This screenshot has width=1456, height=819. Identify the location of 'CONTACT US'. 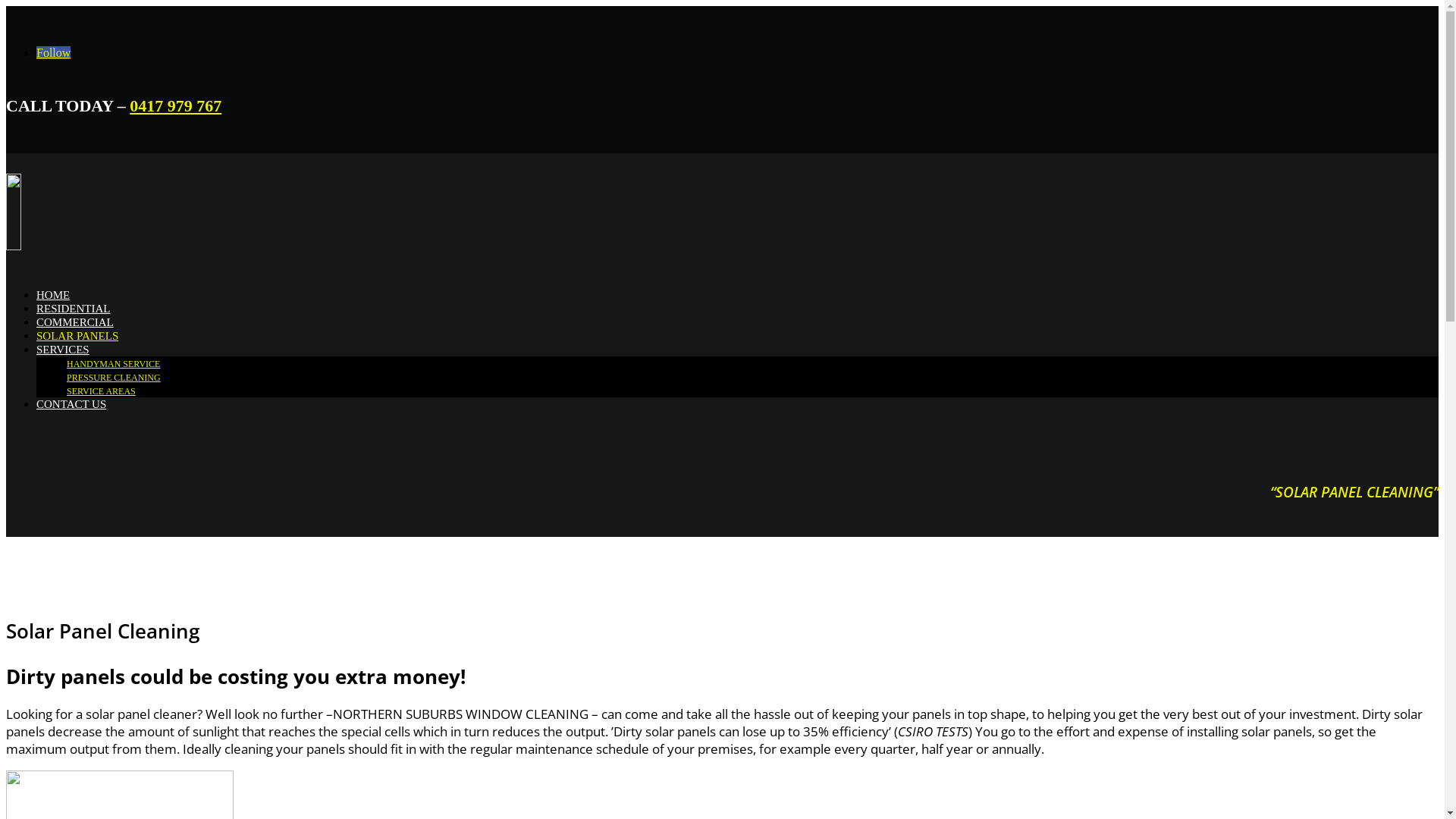
(71, 403).